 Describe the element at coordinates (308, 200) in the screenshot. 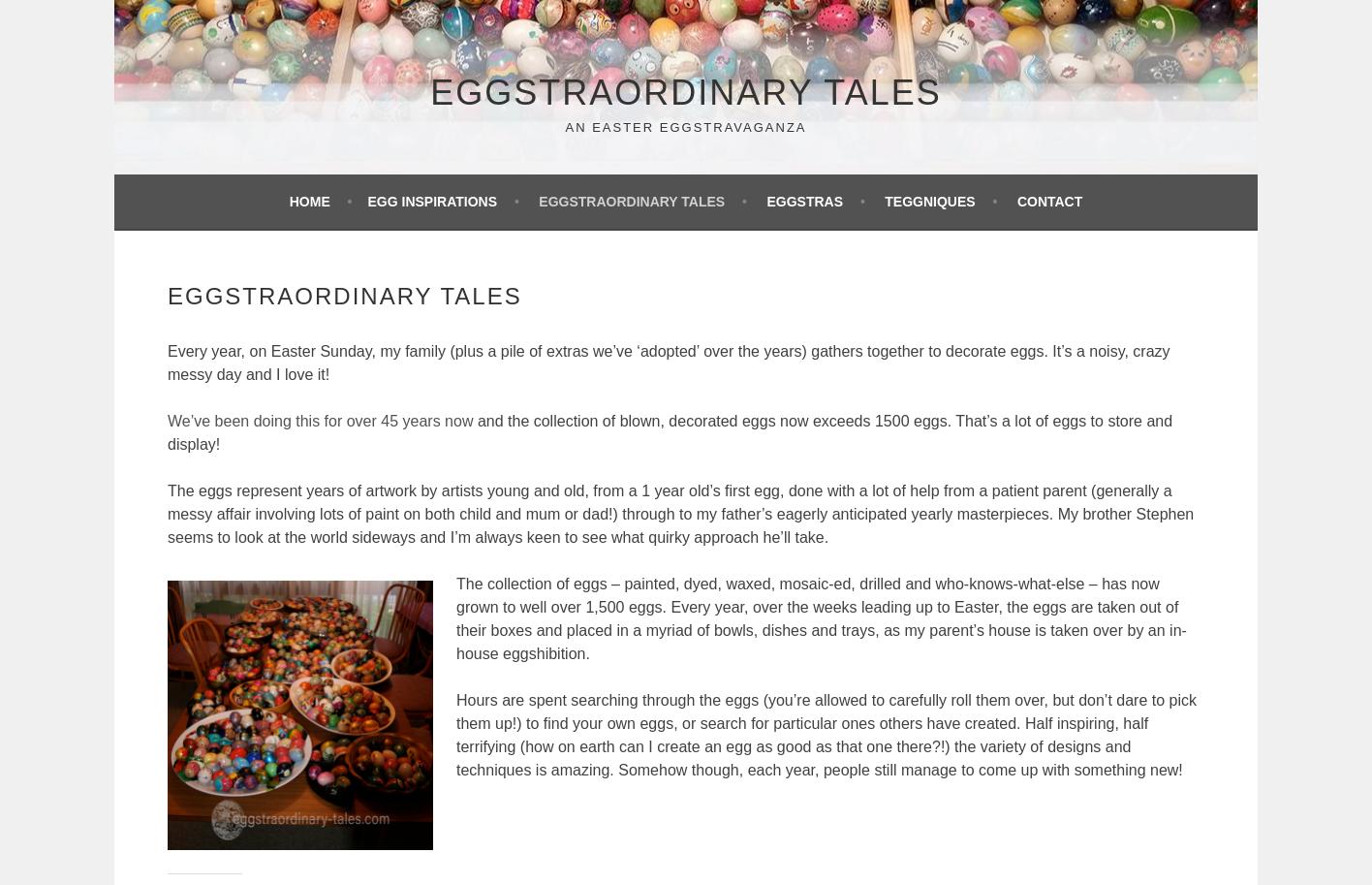

I see `'Home'` at that location.